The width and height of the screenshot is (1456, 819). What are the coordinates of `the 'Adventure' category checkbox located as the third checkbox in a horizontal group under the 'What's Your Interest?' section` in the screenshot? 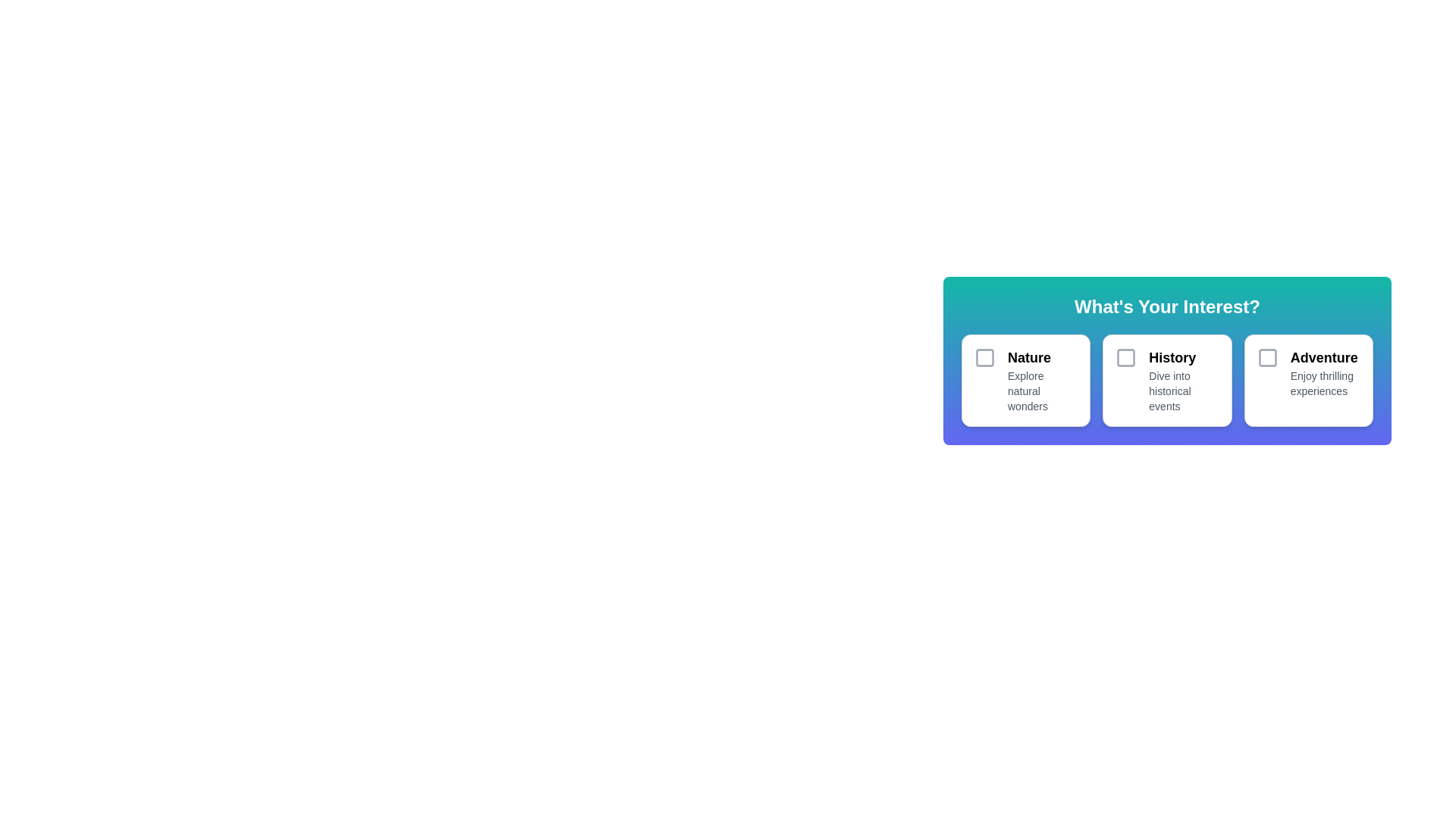 It's located at (1267, 357).